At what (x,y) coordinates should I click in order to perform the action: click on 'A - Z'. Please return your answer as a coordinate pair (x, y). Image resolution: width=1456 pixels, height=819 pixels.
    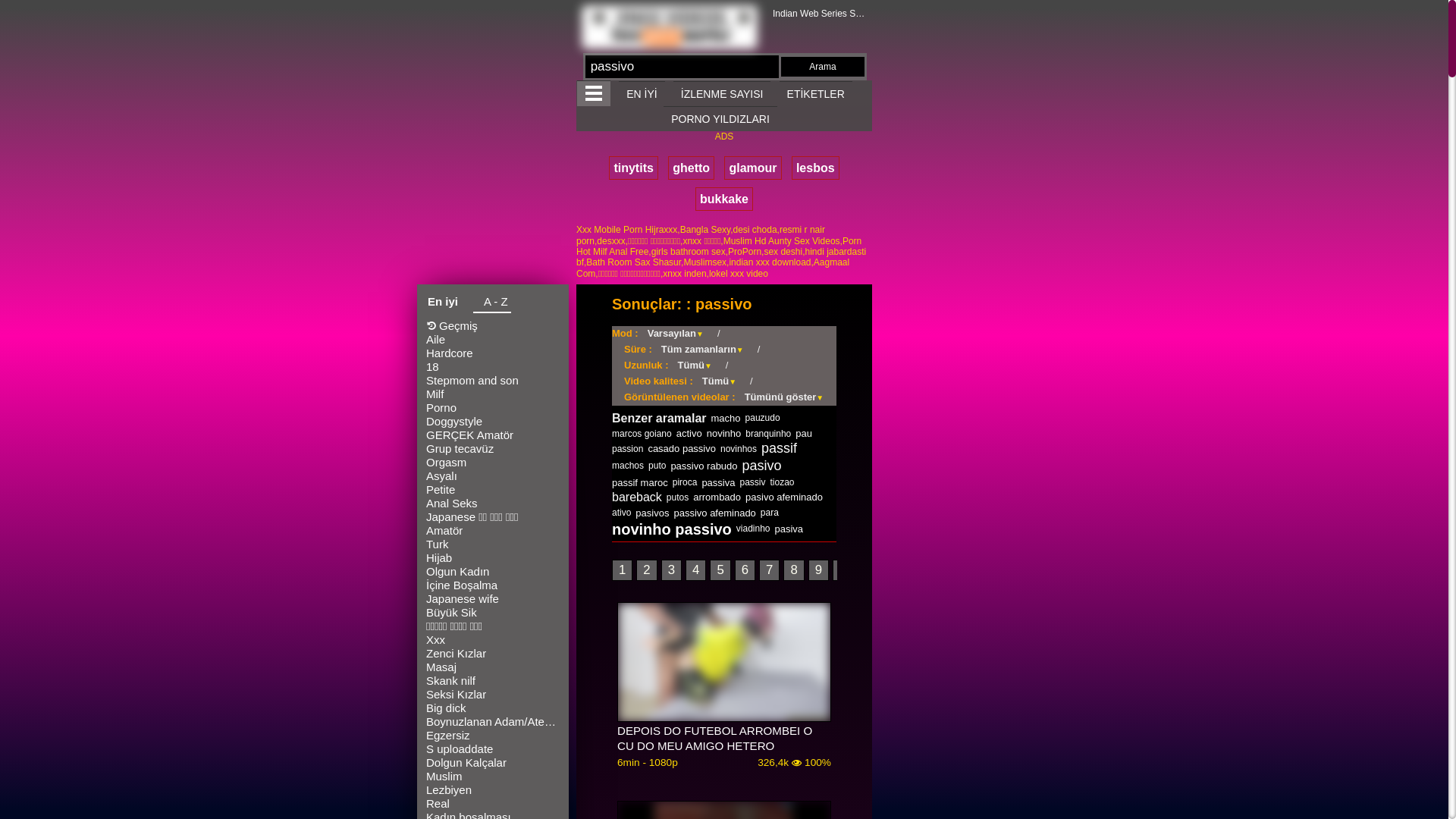
    Looking at the image, I should click on (491, 304).